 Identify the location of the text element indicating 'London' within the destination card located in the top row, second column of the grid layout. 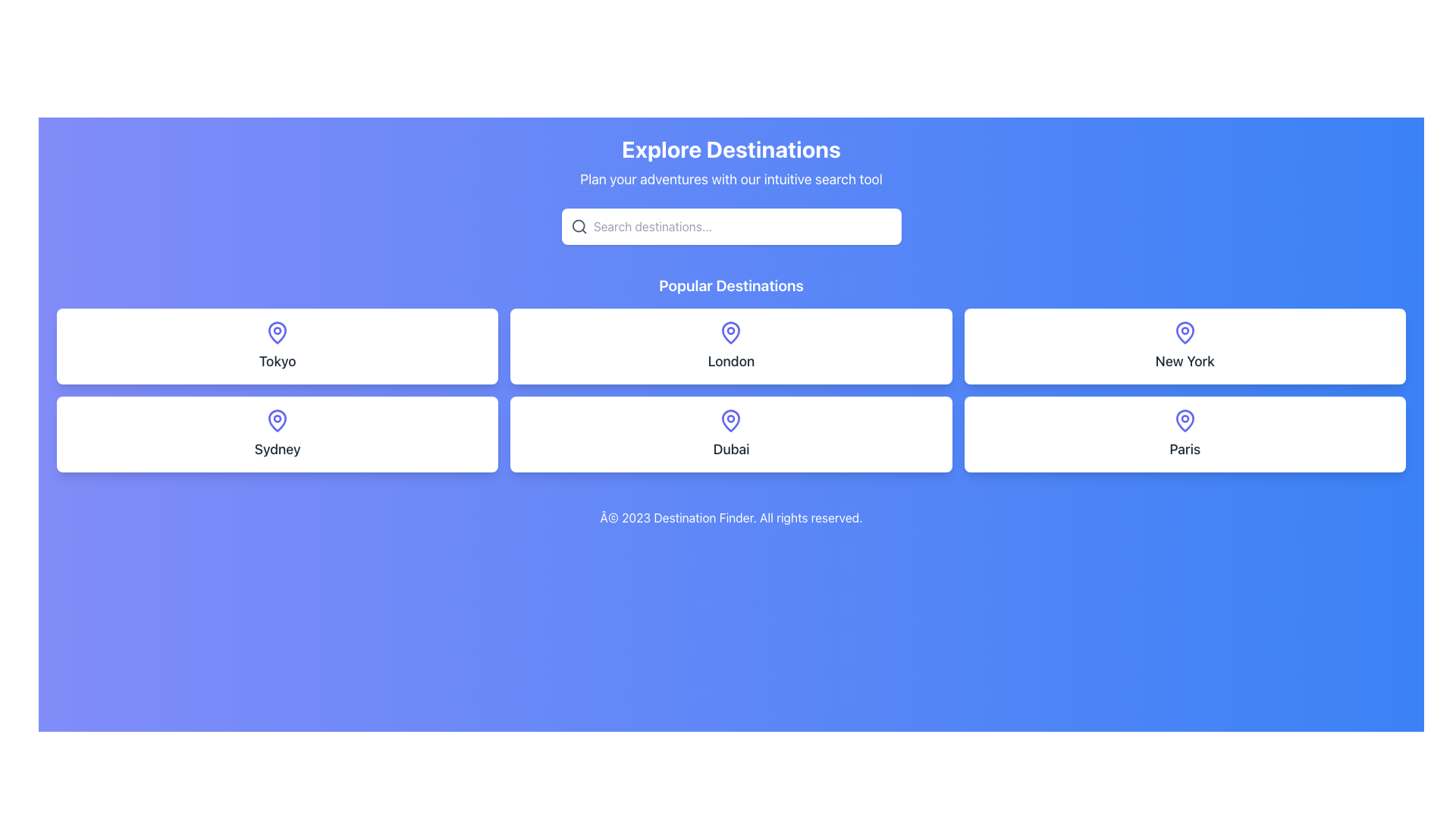
(731, 362).